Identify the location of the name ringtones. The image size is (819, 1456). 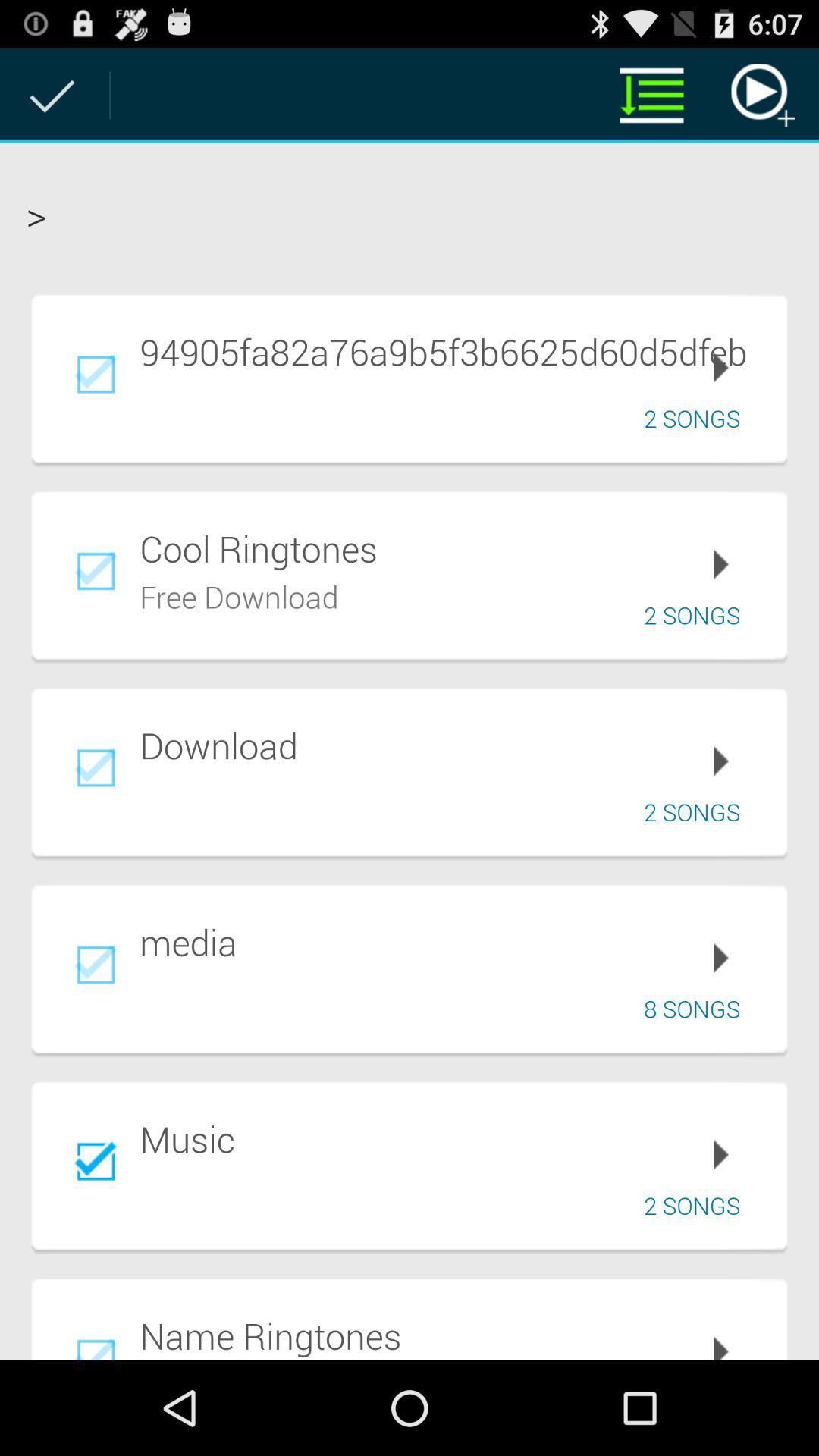
(452, 1335).